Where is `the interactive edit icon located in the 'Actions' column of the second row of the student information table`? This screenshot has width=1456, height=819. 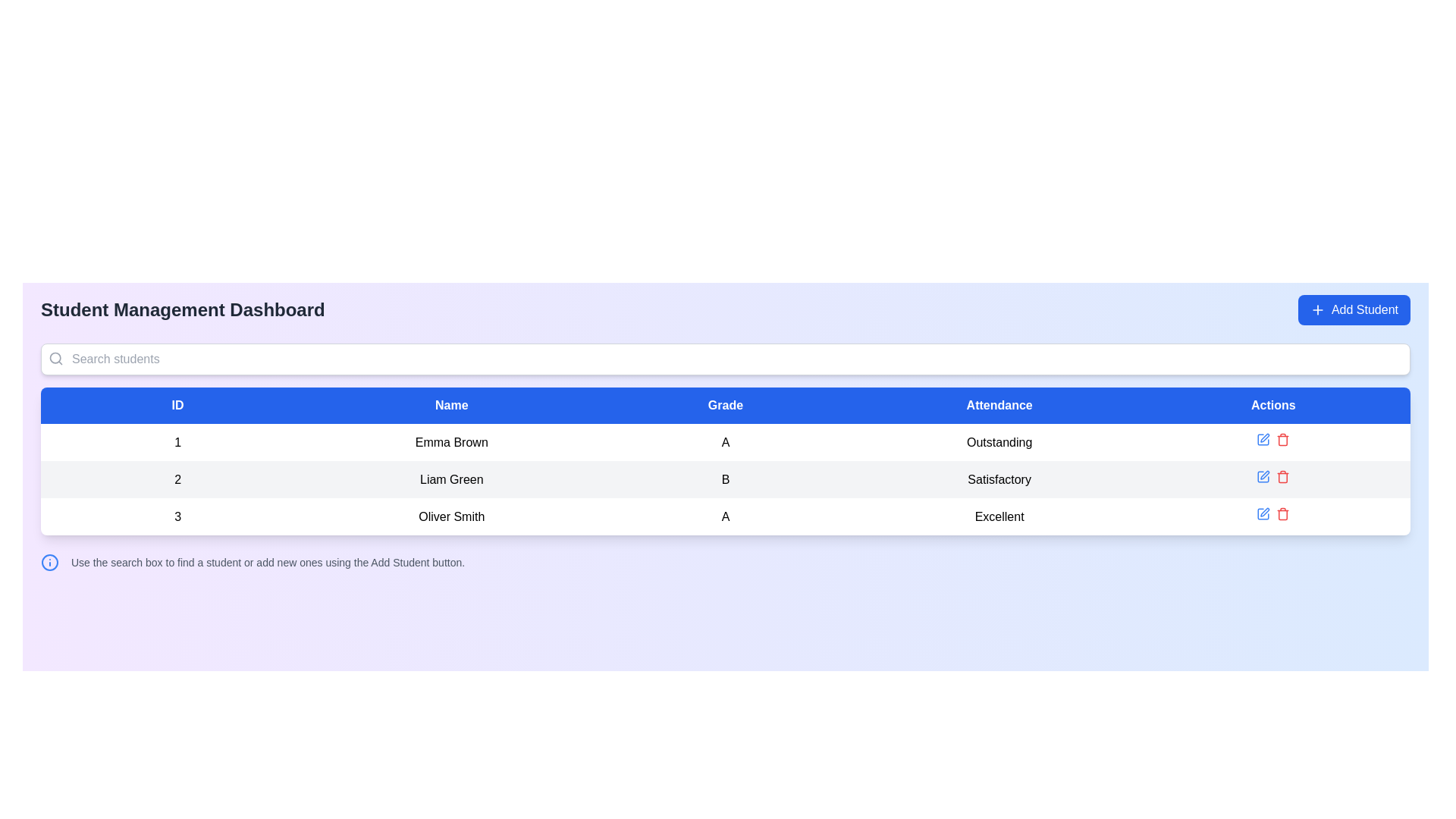
the interactive edit icon located in the 'Actions' column of the second row of the student information table is located at coordinates (1263, 475).